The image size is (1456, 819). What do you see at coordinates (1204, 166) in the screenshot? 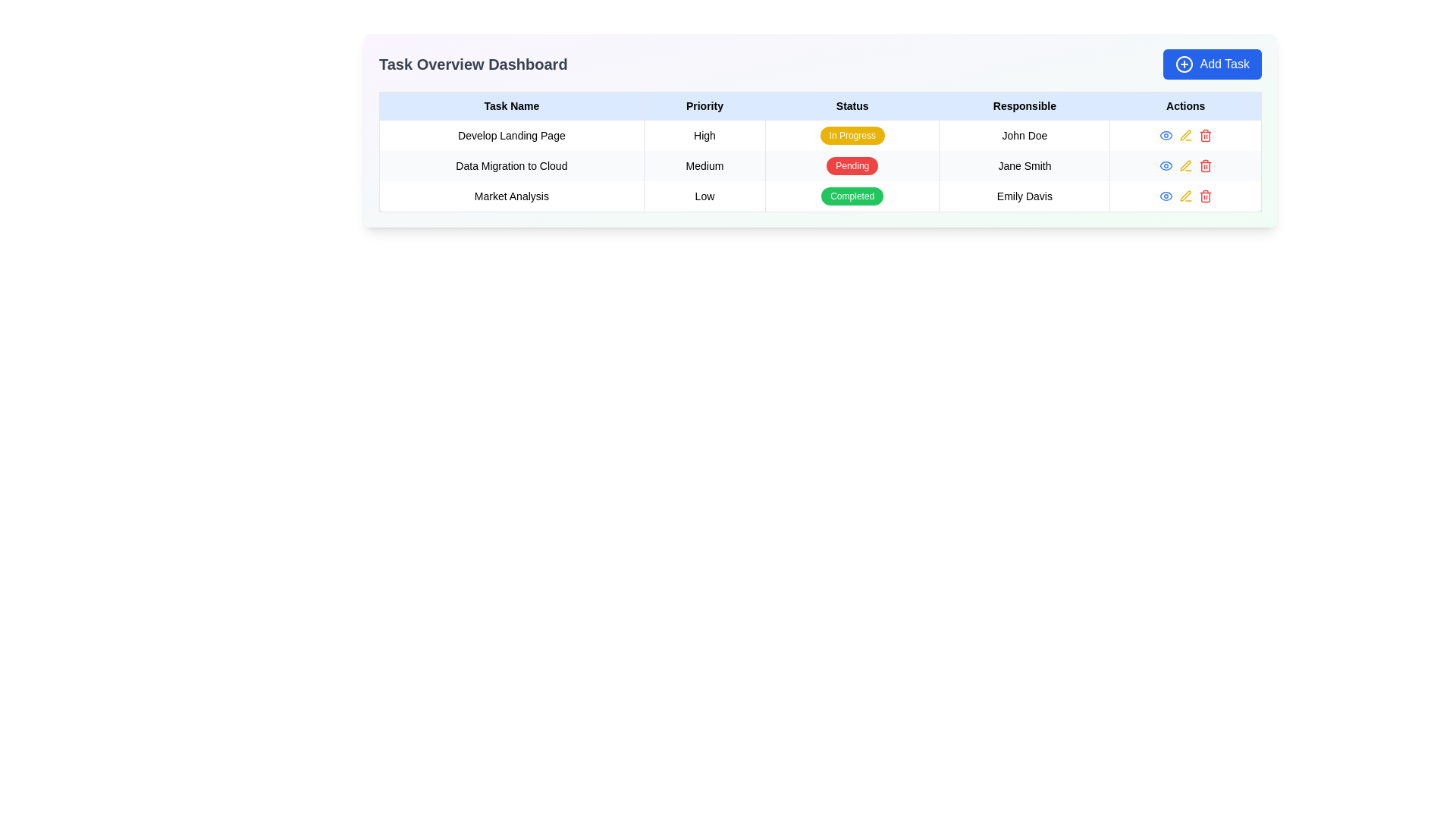
I see `the delete button with a trash bin icon located in the last column of the table row for the task 'Data Migration to Cloud'` at bounding box center [1204, 166].